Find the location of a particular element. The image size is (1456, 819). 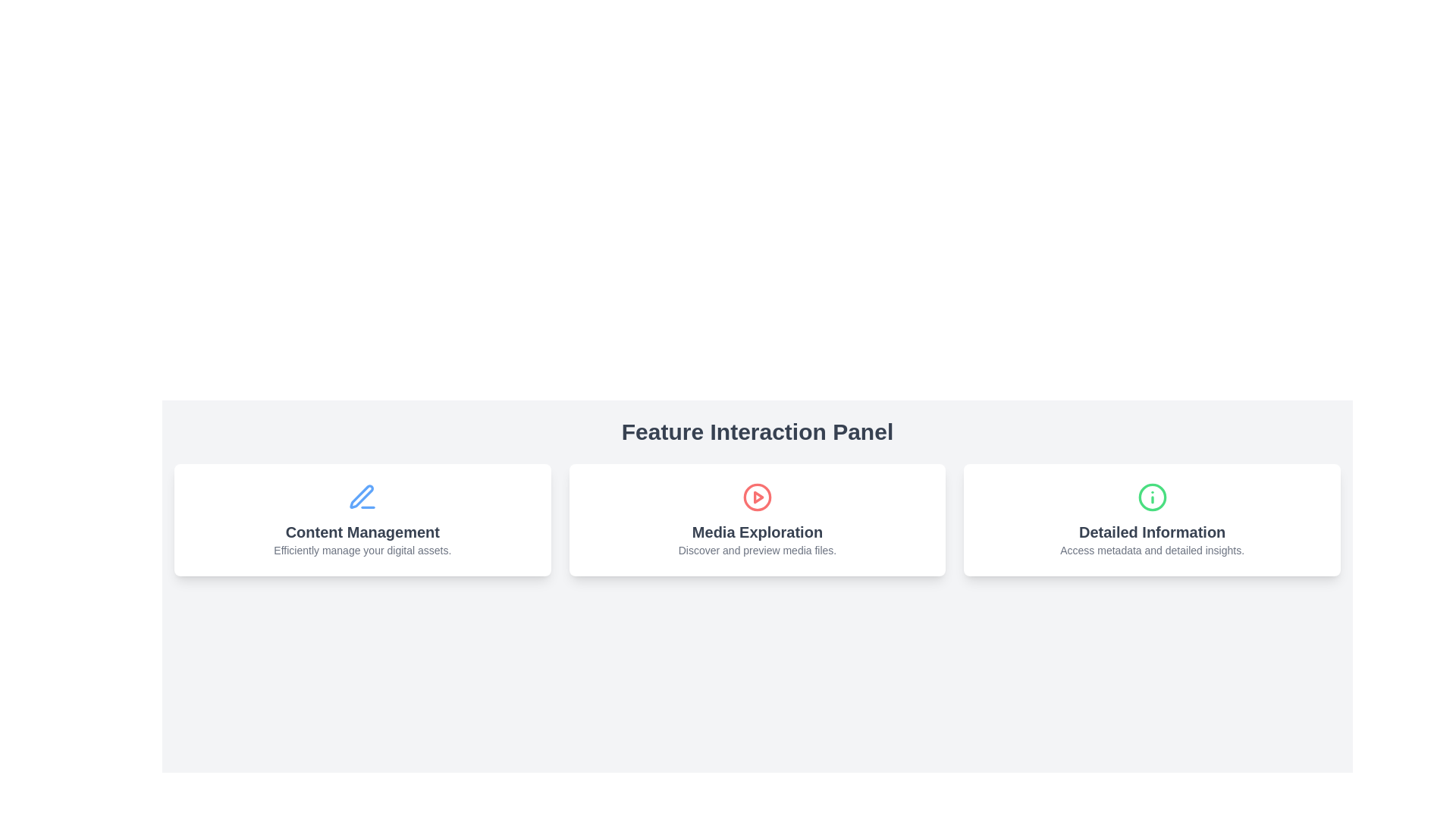

the blue pen icon that represents the 'Content Management' feature, located at the top center of the card above the title 'Content Management' is located at coordinates (362, 497).